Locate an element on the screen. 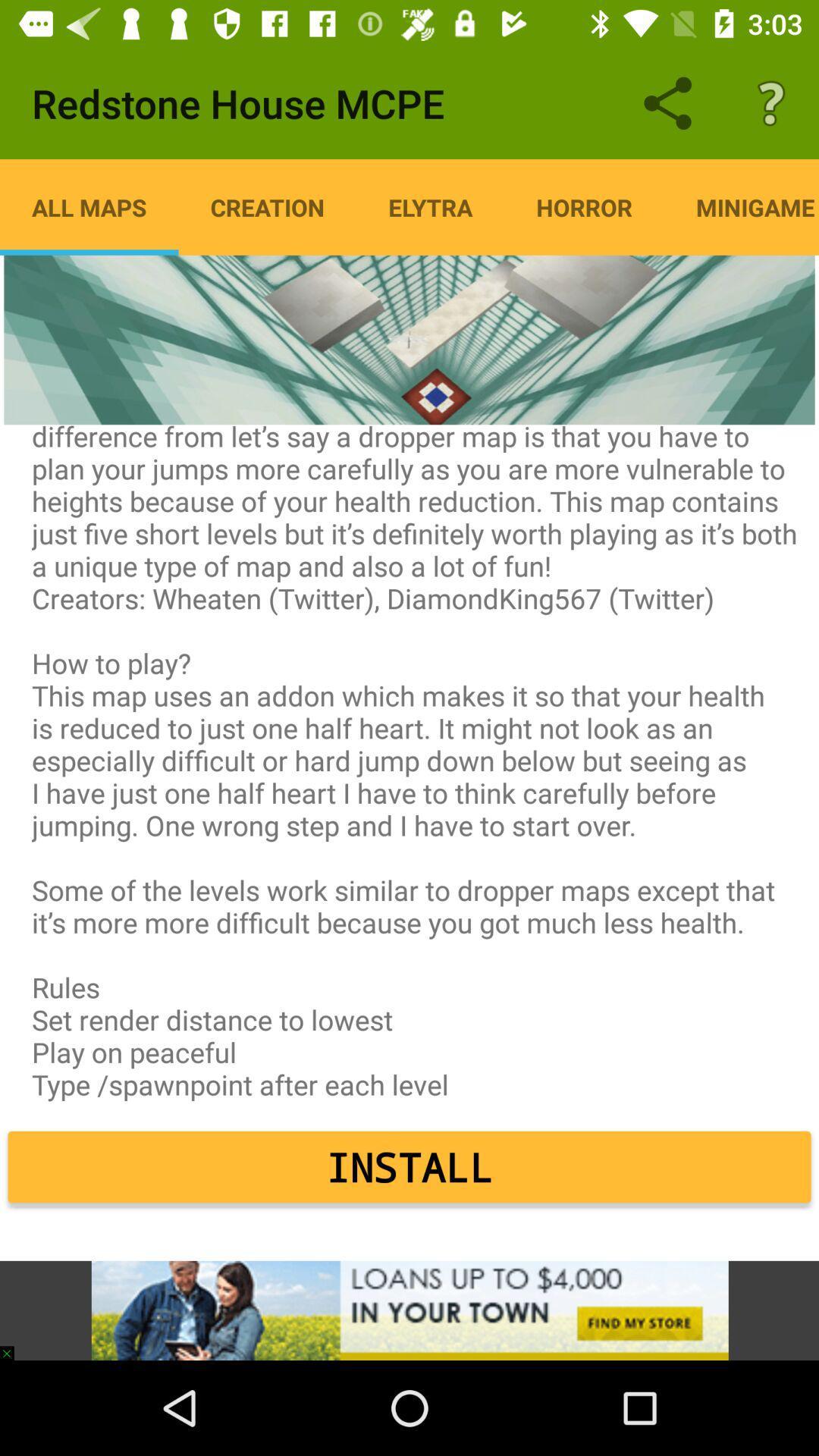 This screenshot has width=819, height=1456. icon at the bottom left corner is located at coordinates (14, 1346).